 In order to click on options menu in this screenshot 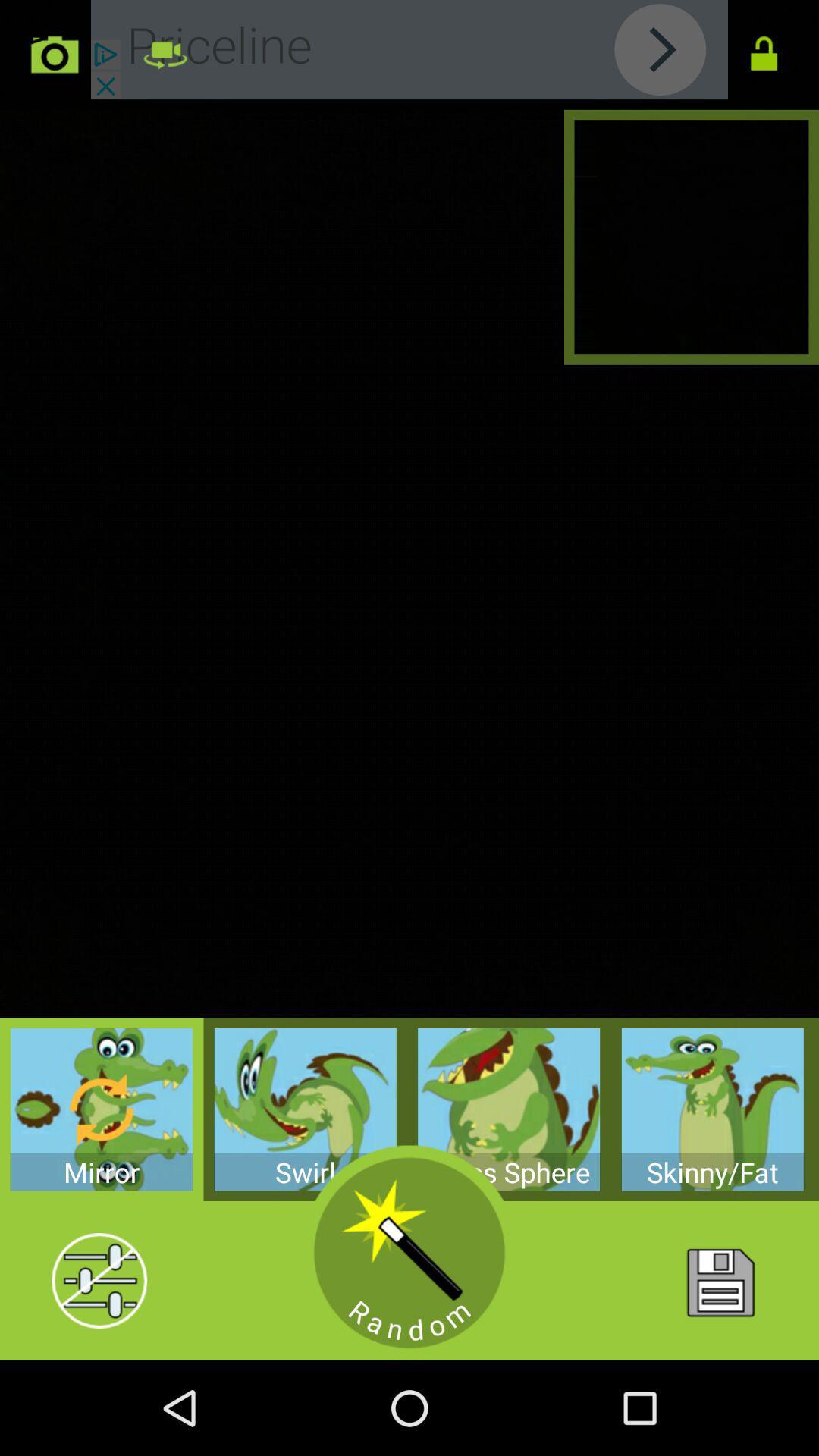, I will do `click(99, 1280)`.